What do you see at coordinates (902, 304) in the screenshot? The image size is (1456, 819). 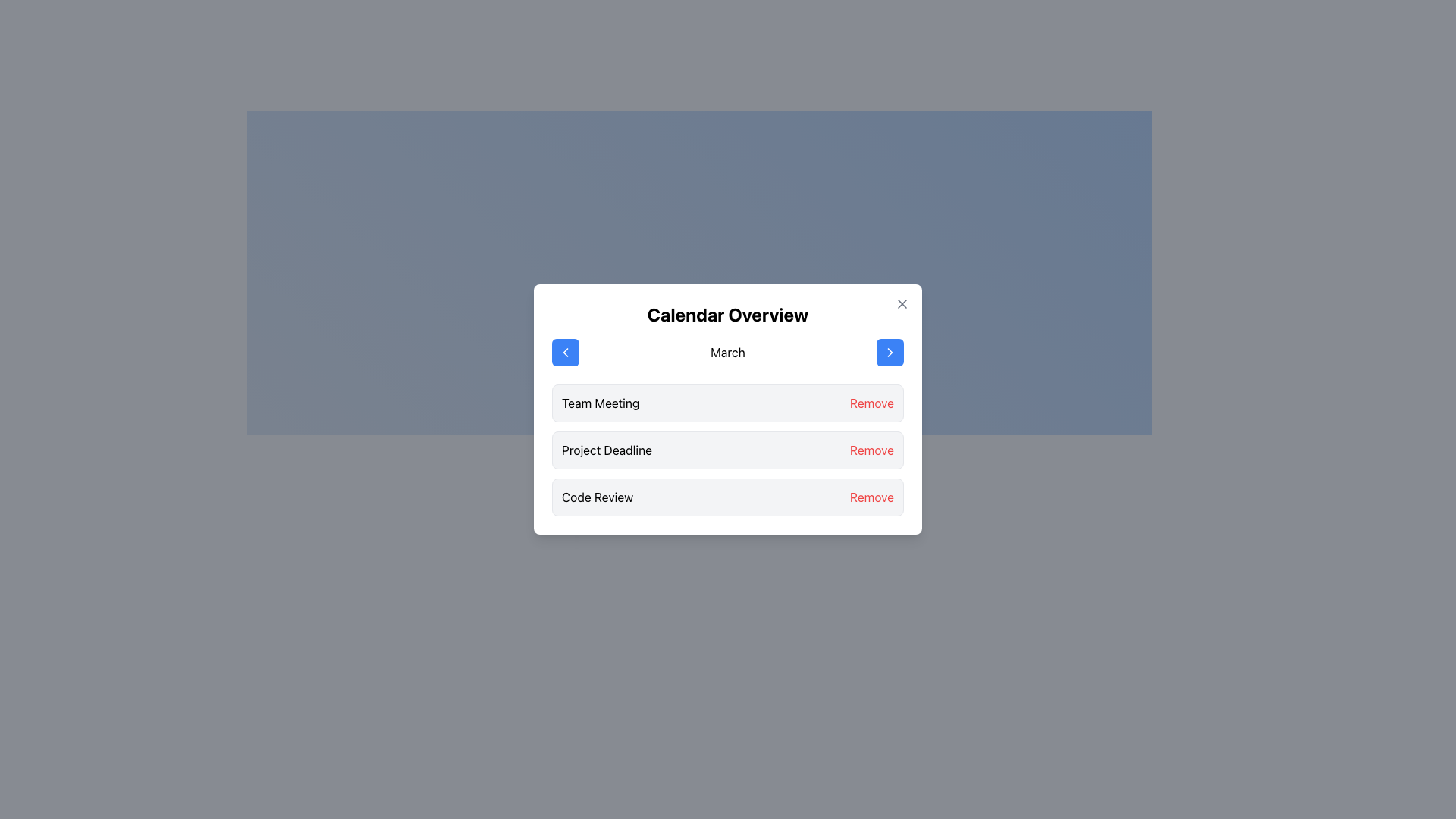 I see `the close icon element located in the top-right corner of the white rectangular modal, which is part of the Calendar Overview header` at bounding box center [902, 304].